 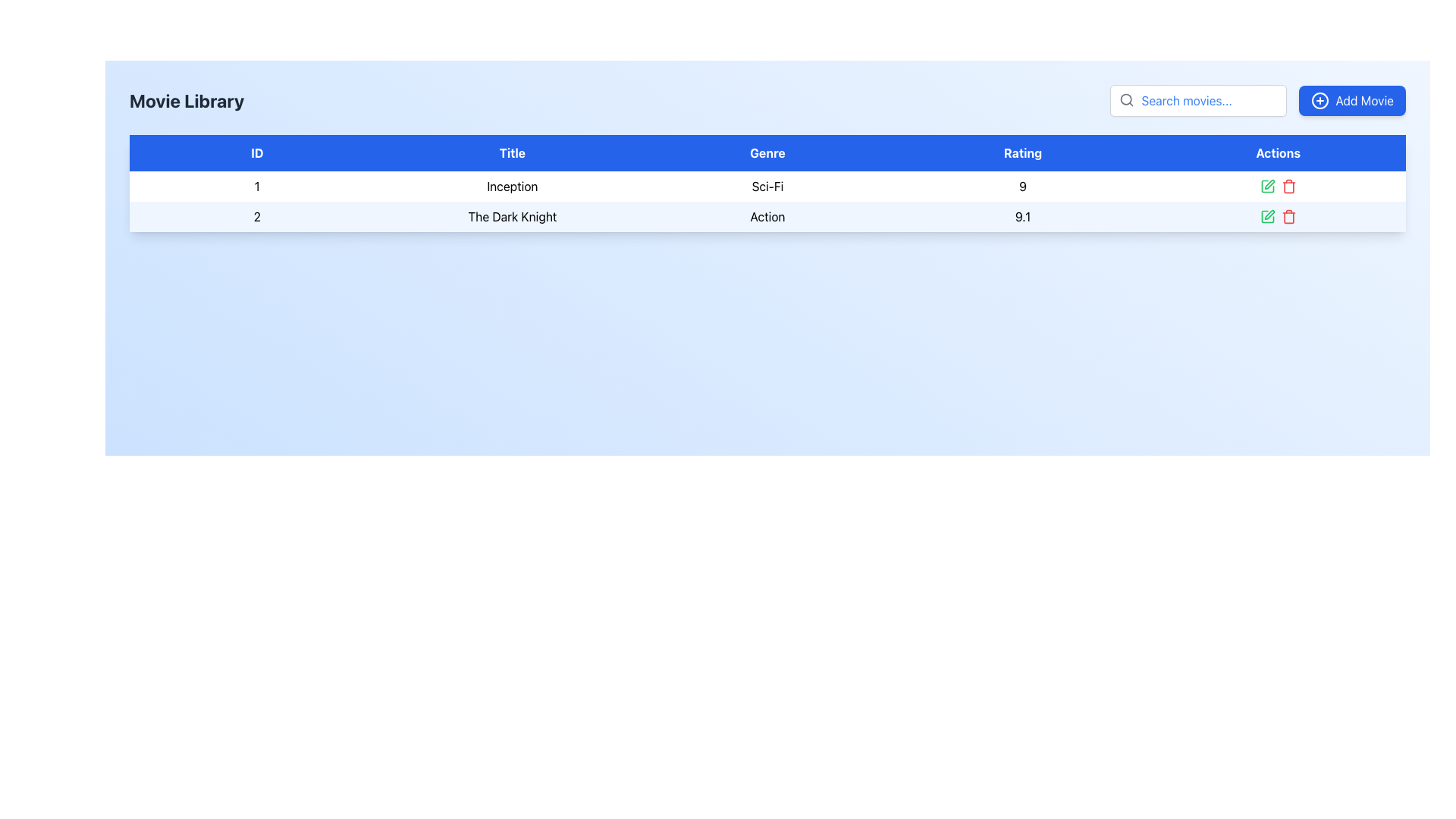 What do you see at coordinates (1022, 216) in the screenshot?
I see `the label displaying '9.1' in the 'Rating' column of the second row of the table` at bounding box center [1022, 216].